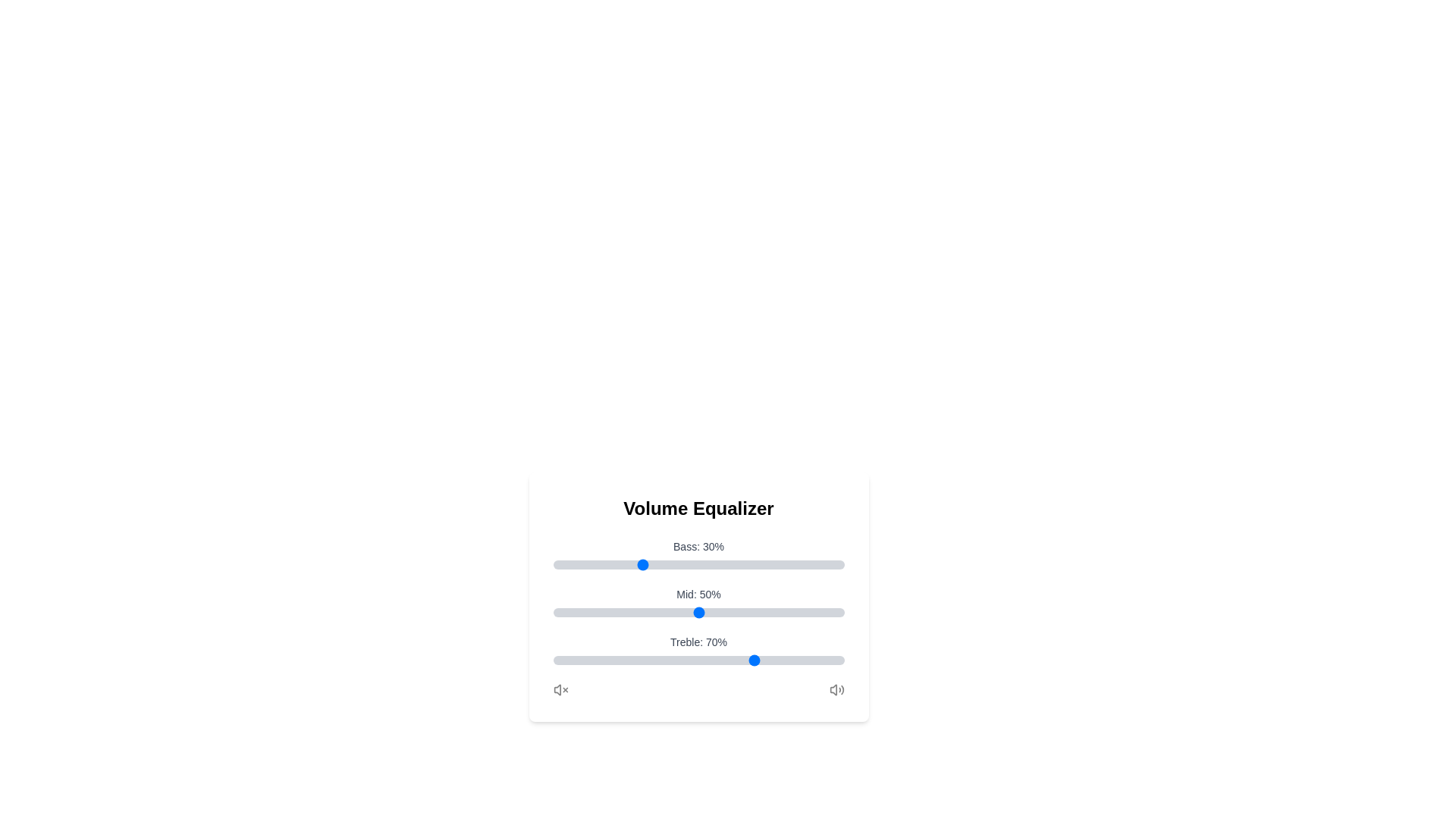 The width and height of the screenshot is (1456, 819). I want to click on the mute icon to toggle its state, so click(560, 690).